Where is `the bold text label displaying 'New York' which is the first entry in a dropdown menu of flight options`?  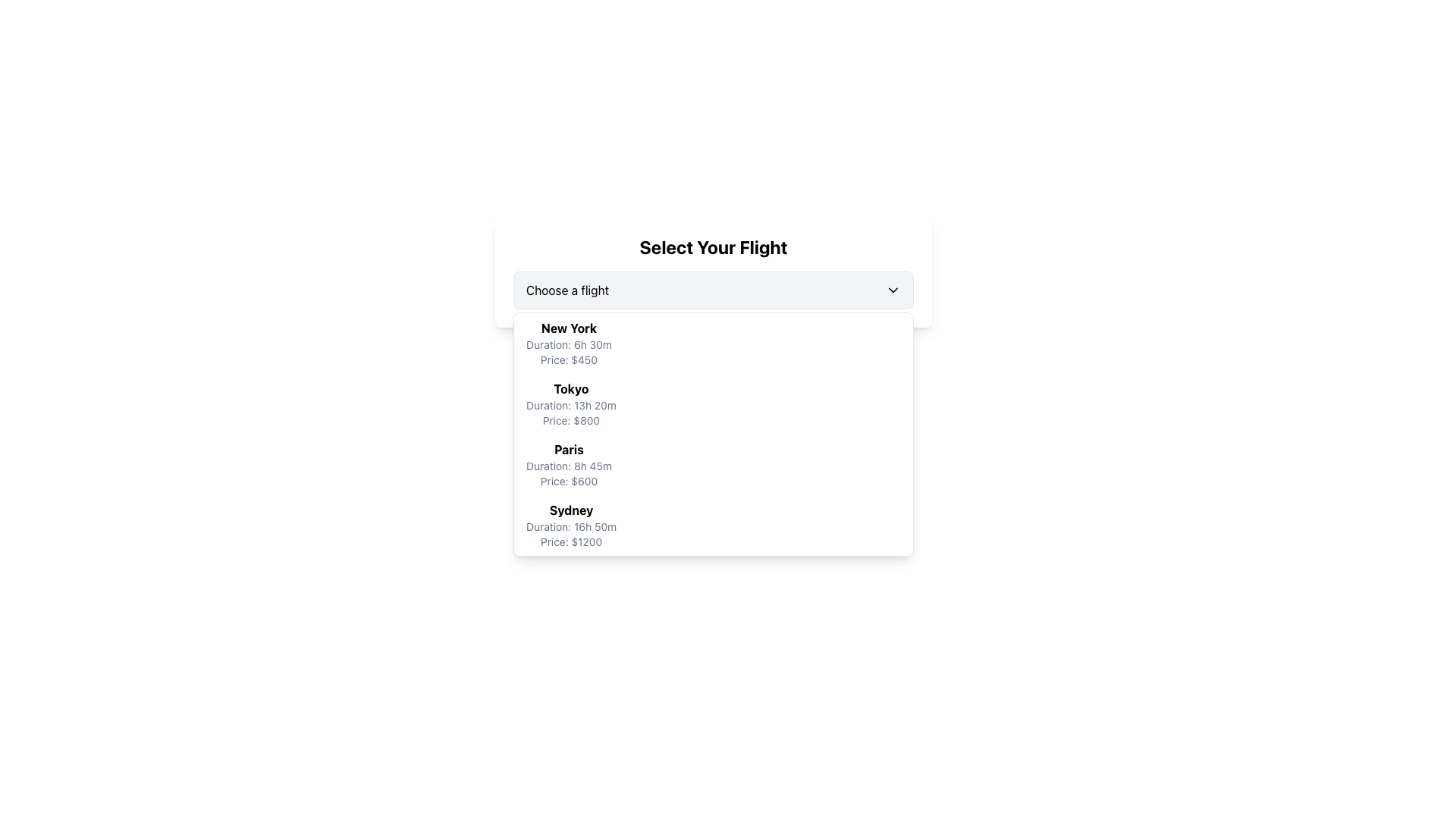
the bold text label displaying 'New York' which is the first entry in a dropdown menu of flight options is located at coordinates (568, 327).